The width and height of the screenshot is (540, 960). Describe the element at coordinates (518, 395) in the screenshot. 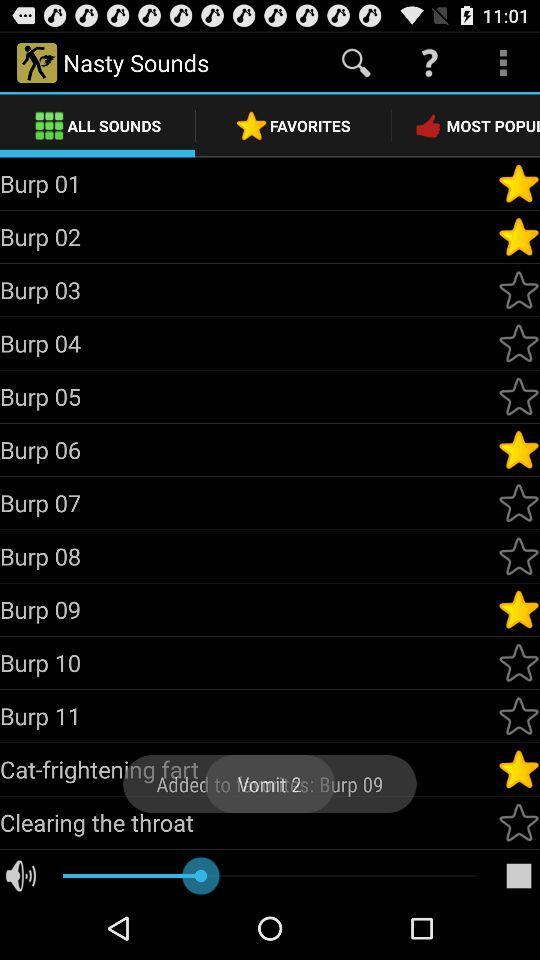

I see `burp05 to favorites` at that location.